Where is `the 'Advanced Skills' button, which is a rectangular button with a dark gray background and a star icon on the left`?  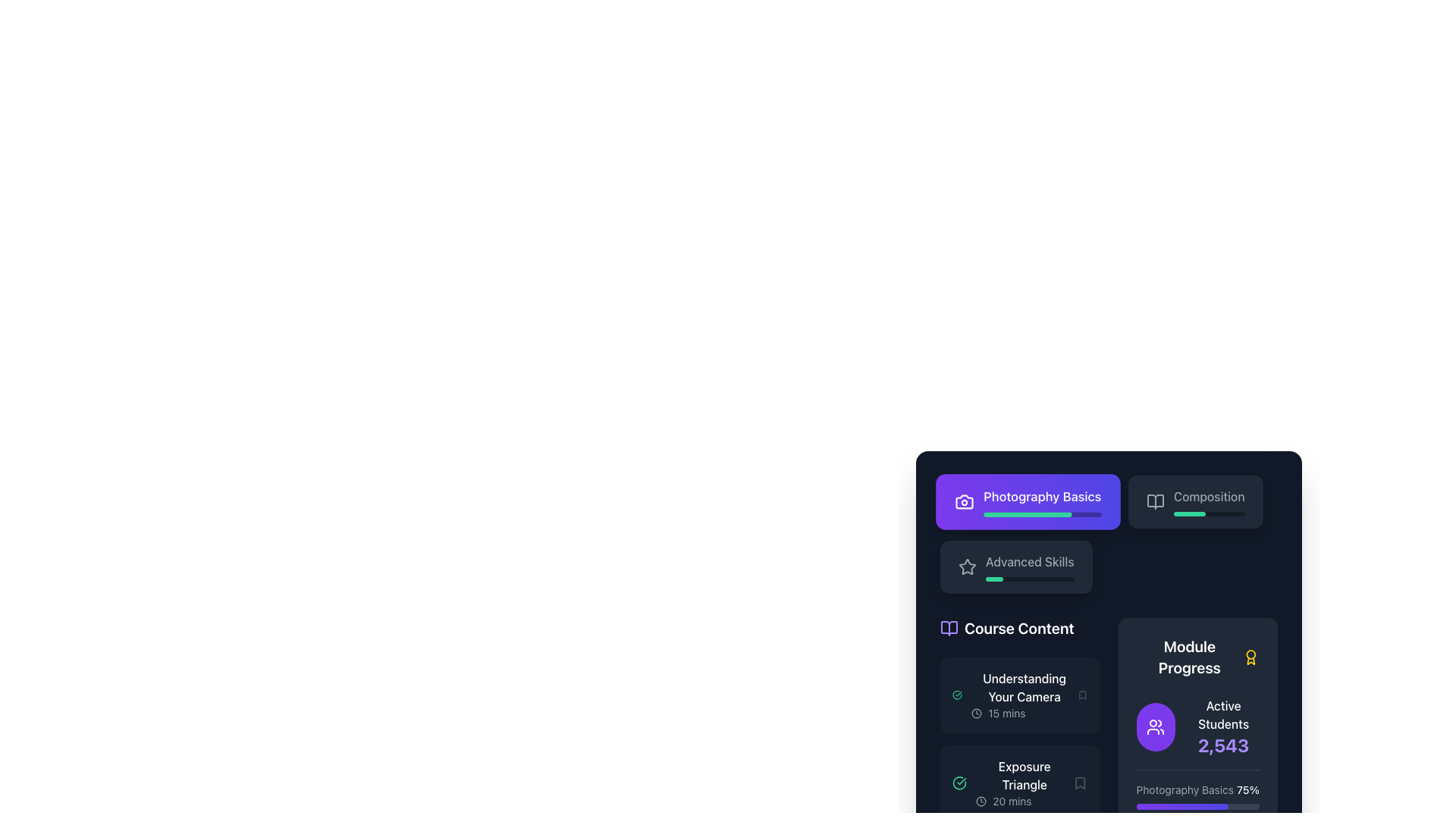
the 'Advanced Skills' button, which is a rectangular button with a dark gray background and a star icon on the left is located at coordinates (1016, 567).